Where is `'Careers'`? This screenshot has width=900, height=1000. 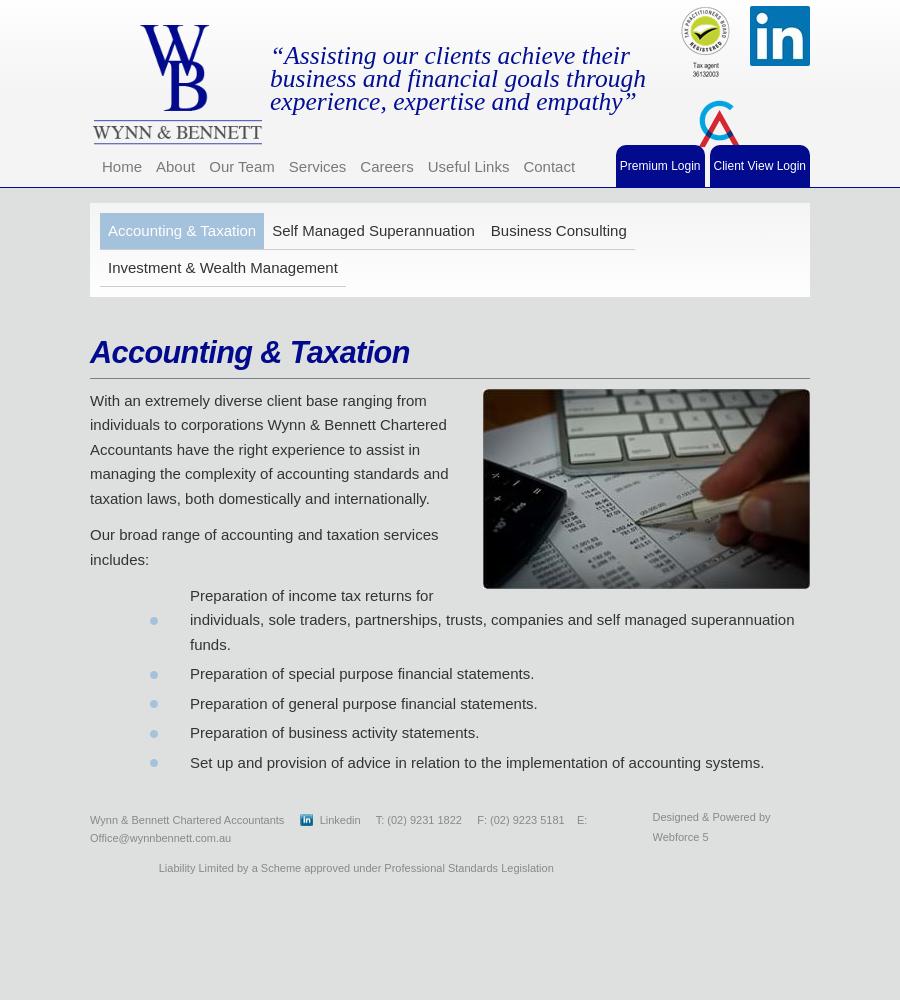
'Careers' is located at coordinates (386, 165).